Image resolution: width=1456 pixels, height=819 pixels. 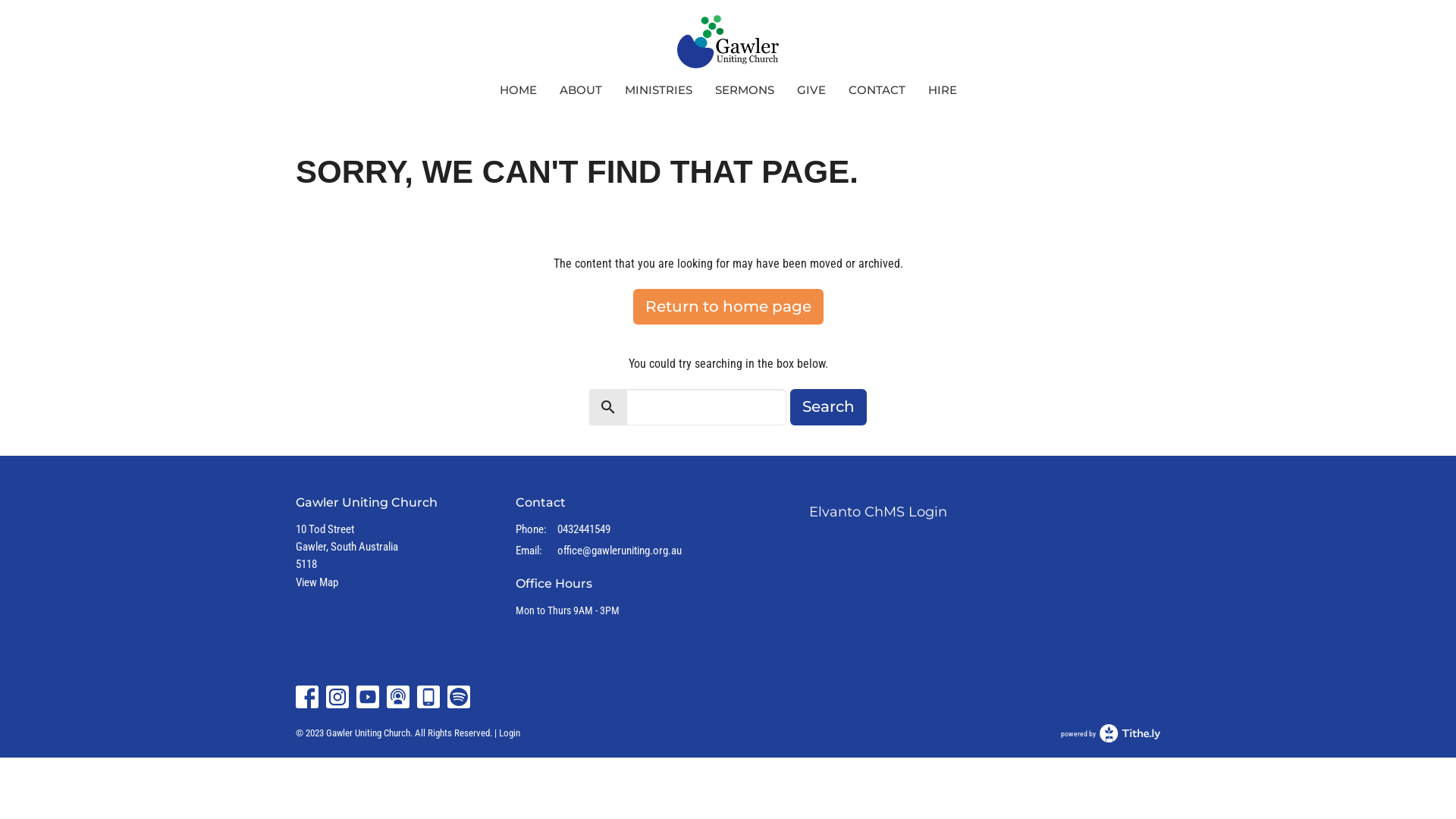 I want to click on 'powered by, so click(x=1110, y=733).